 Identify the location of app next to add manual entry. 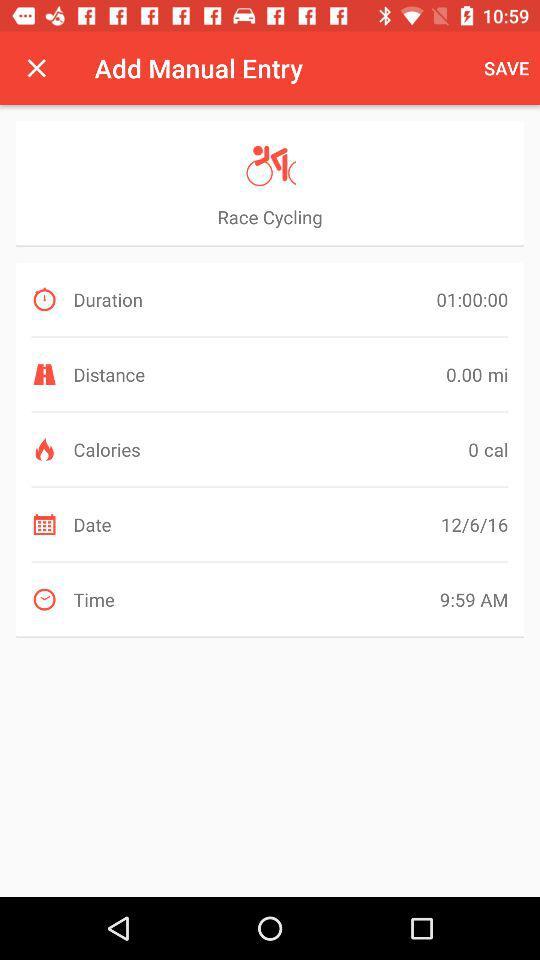
(36, 68).